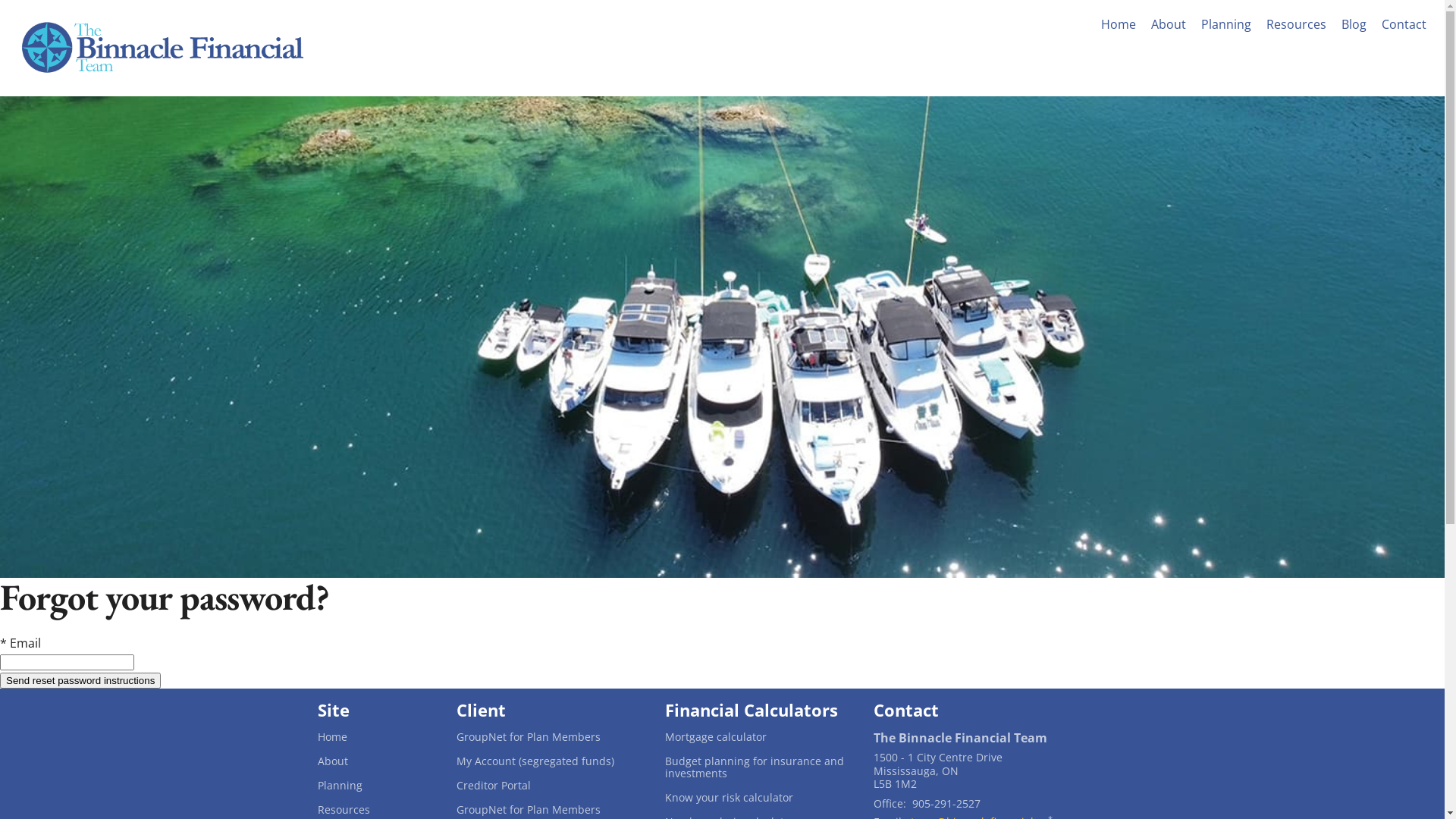 Image resolution: width=1456 pixels, height=819 pixels. What do you see at coordinates (455, 785) in the screenshot?
I see `'Creditor Portal` at bounding box center [455, 785].